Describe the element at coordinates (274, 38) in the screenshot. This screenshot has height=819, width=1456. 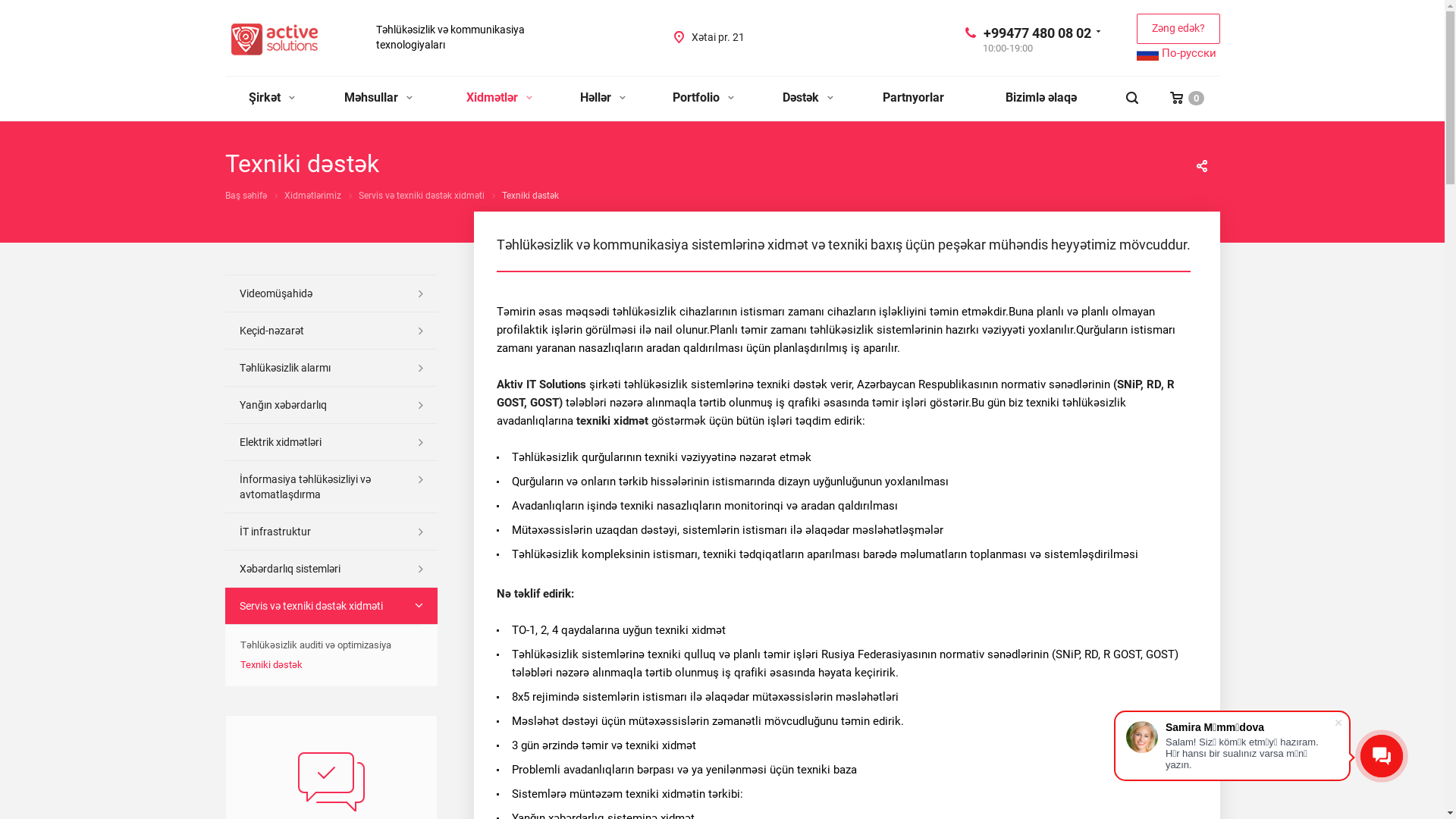
I see `'Active solutions'` at that location.